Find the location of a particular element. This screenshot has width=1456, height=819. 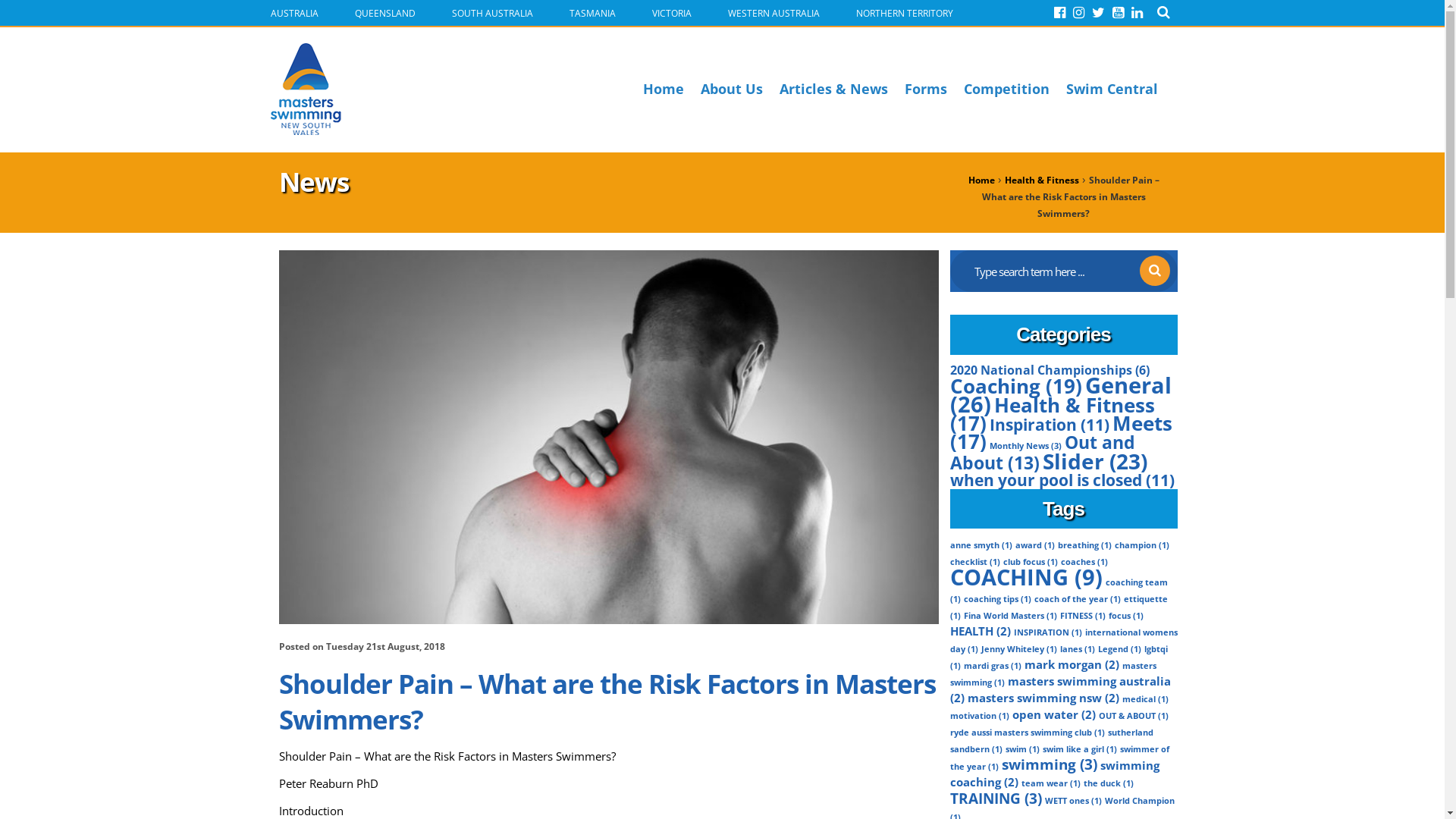

'anne smyth (1)' is located at coordinates (980, 544).